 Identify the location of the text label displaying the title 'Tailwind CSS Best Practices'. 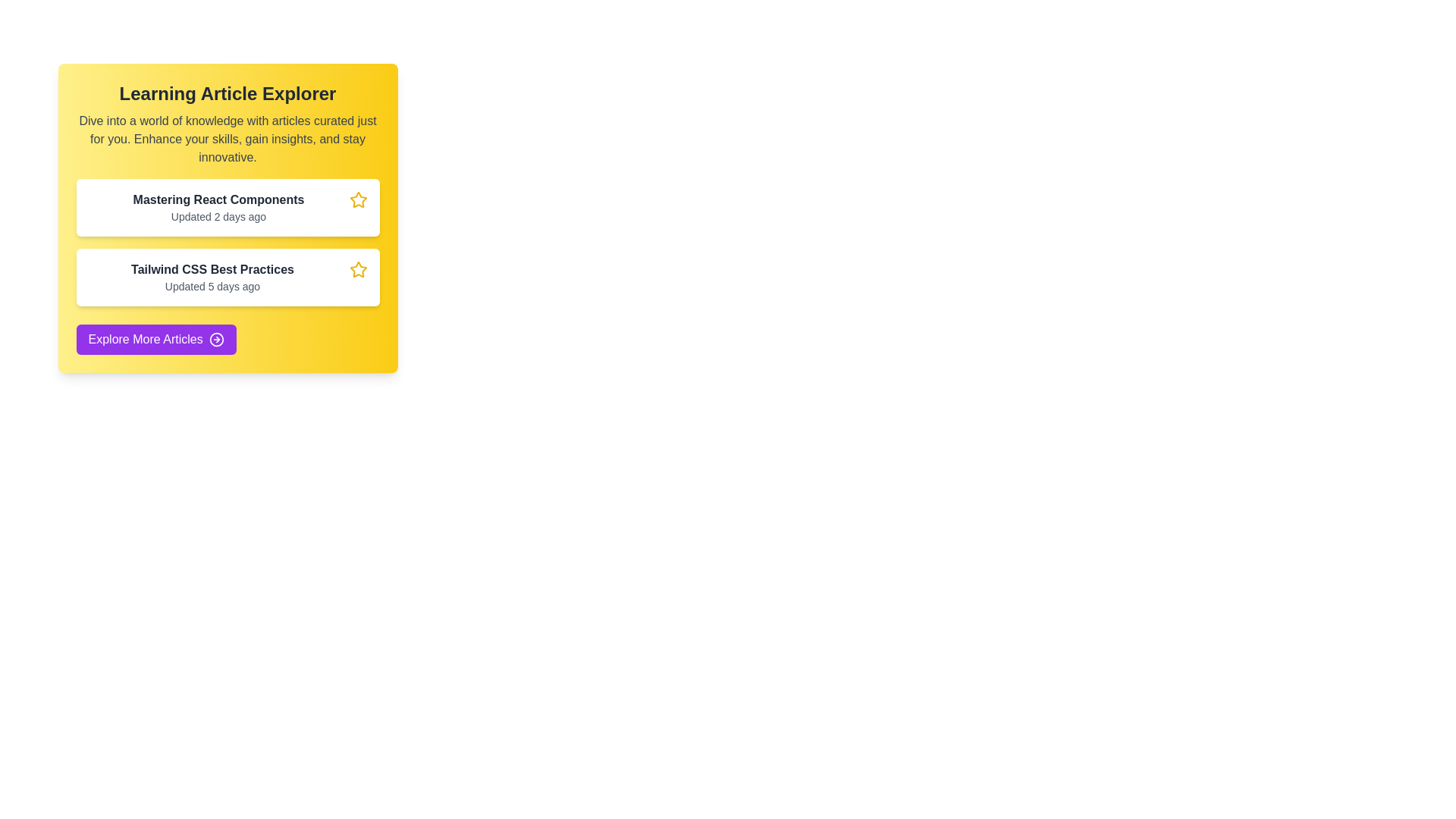
(212, 268).